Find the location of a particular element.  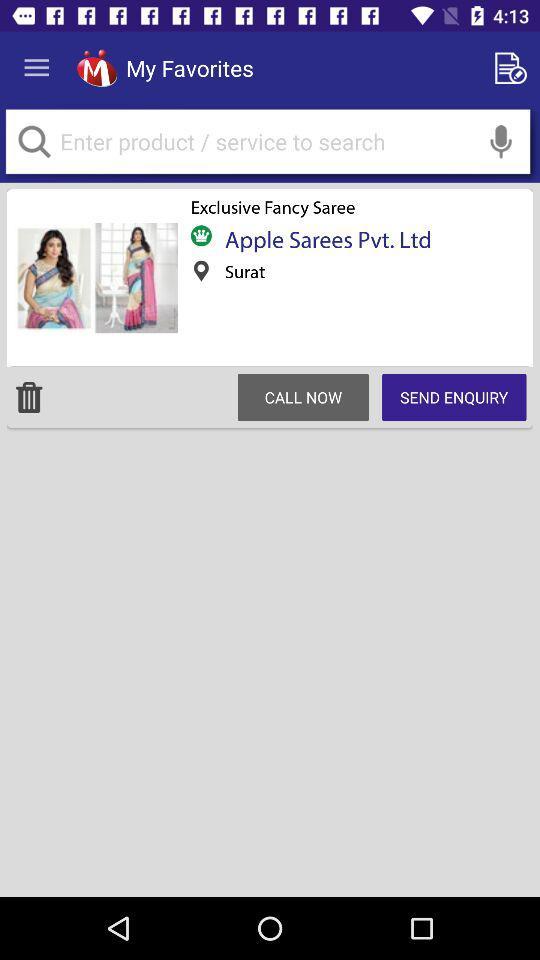

the apple sarees pvt is located at coordinates (321, 239).